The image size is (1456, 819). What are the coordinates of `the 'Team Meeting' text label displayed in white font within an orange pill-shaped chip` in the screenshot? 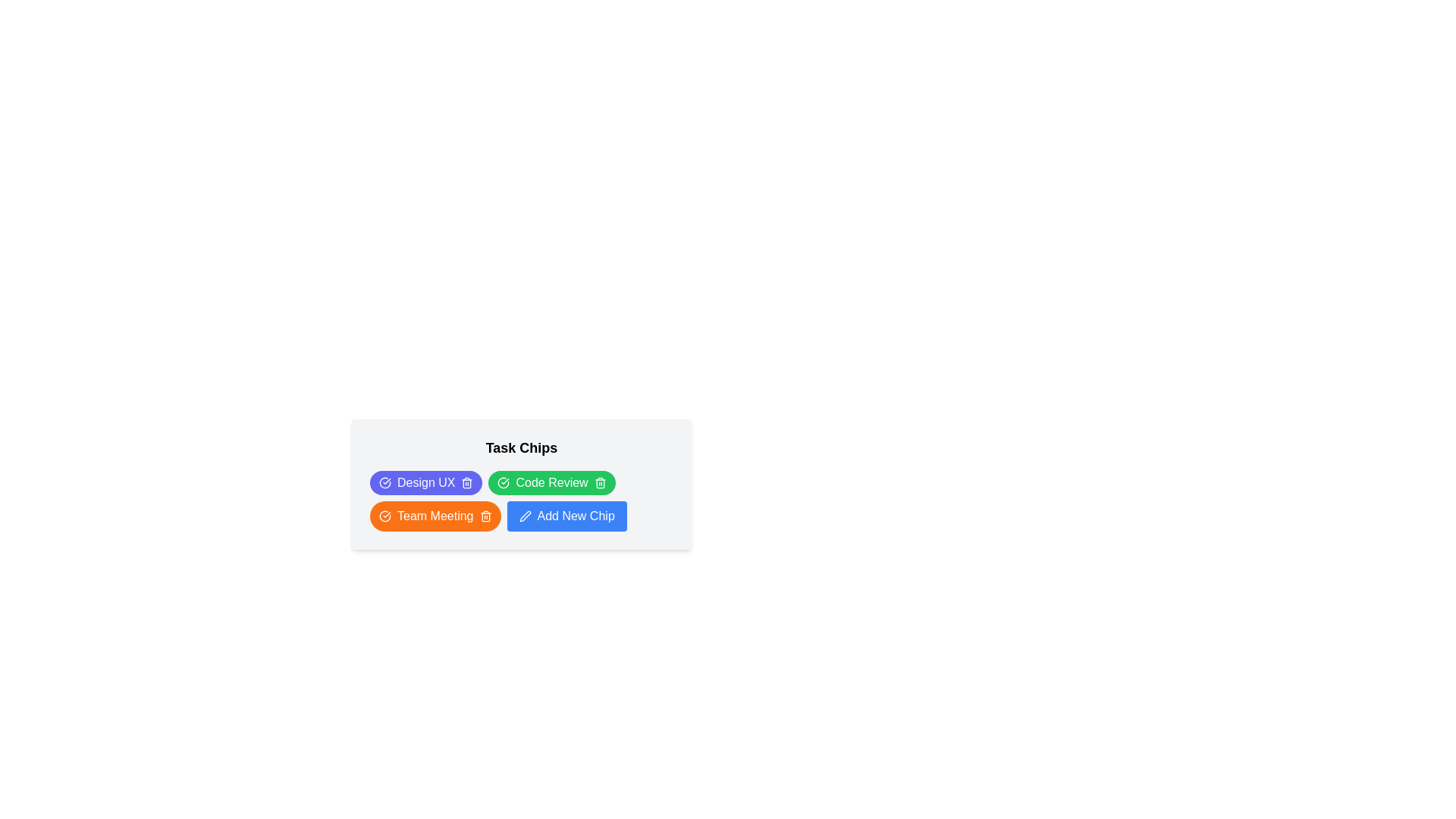 It's located at (435, 516).